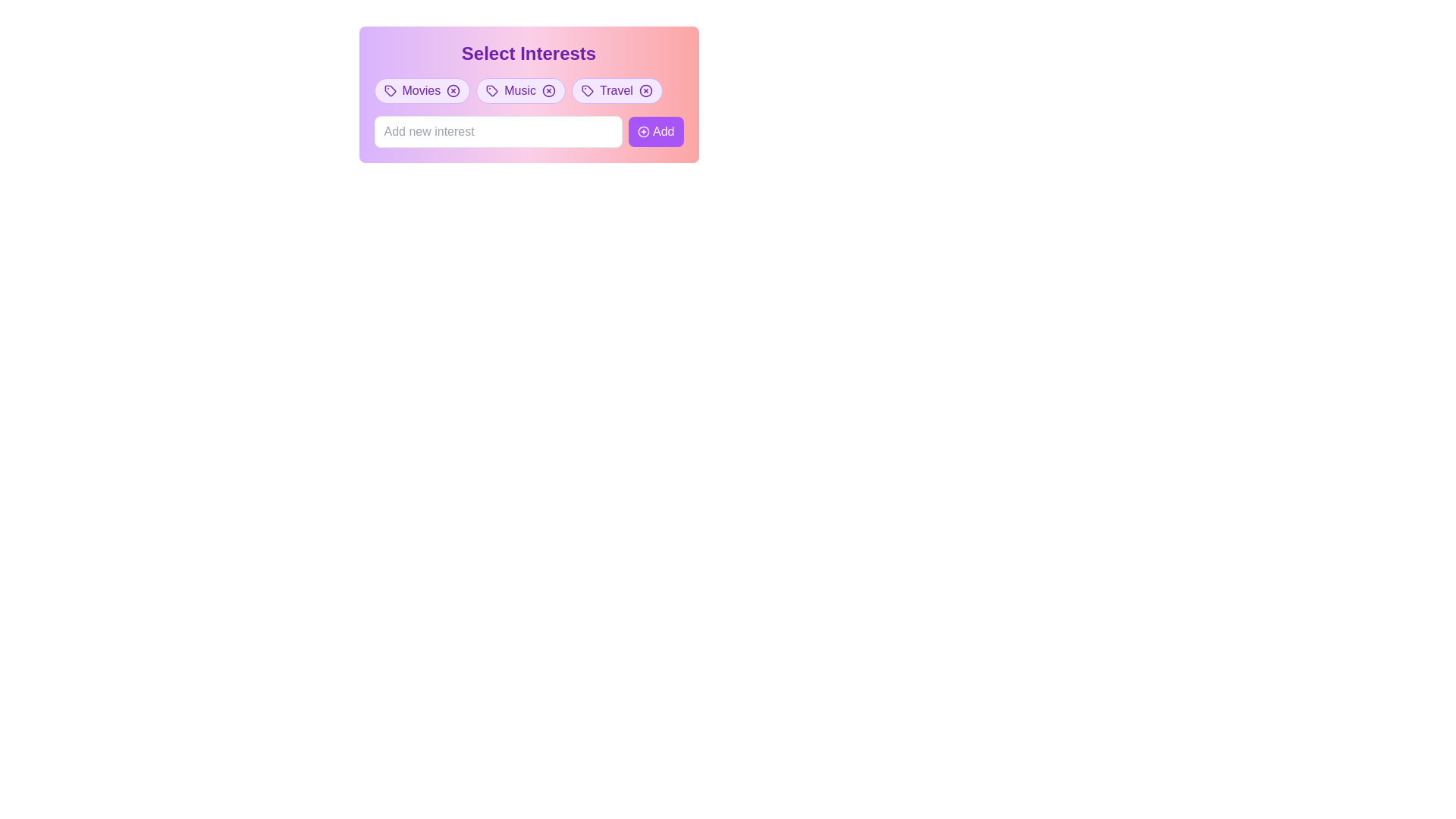 This screenshot has height=819, width=1456. Describe the element at coordinates (586, 90) in the screenshot. I see `the 'Travel' category tag icon, which is the third icon` at that location.